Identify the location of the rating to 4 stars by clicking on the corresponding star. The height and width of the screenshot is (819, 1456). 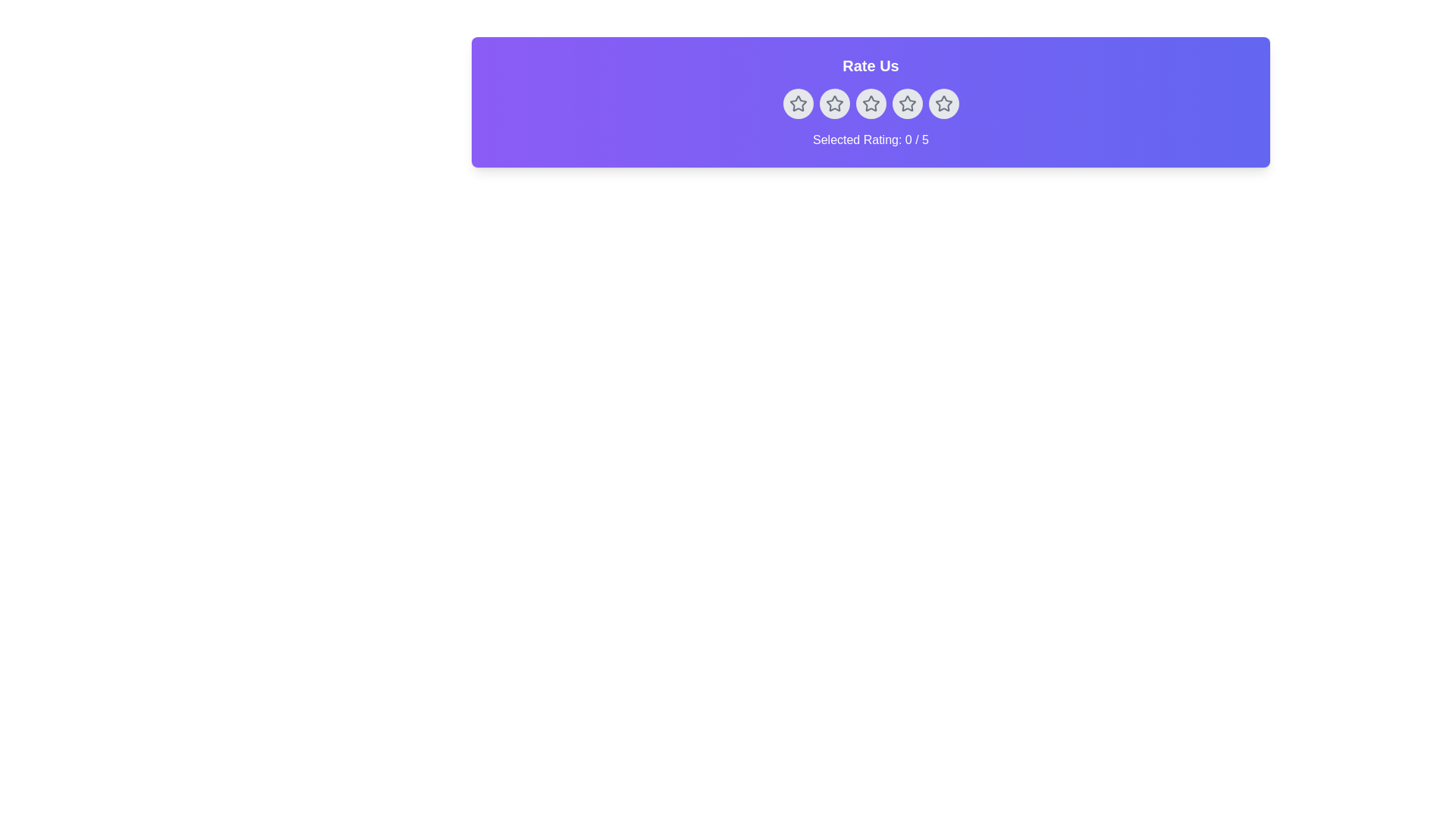
(907, 103).